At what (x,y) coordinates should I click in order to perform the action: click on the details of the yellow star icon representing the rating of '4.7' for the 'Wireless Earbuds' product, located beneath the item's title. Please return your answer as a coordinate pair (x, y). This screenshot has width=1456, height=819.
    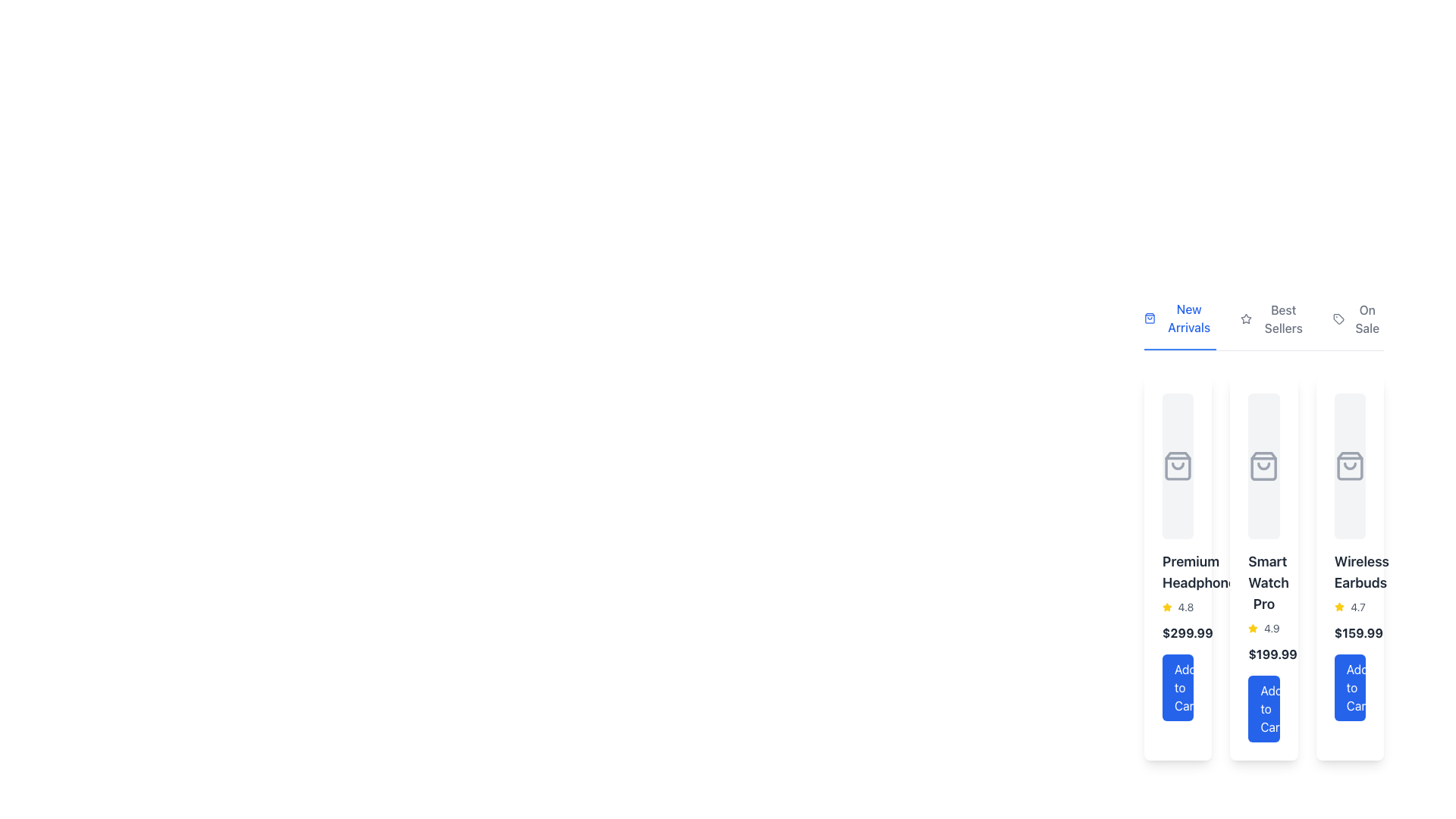
    Looking at the image, I should click on (1350, 607).